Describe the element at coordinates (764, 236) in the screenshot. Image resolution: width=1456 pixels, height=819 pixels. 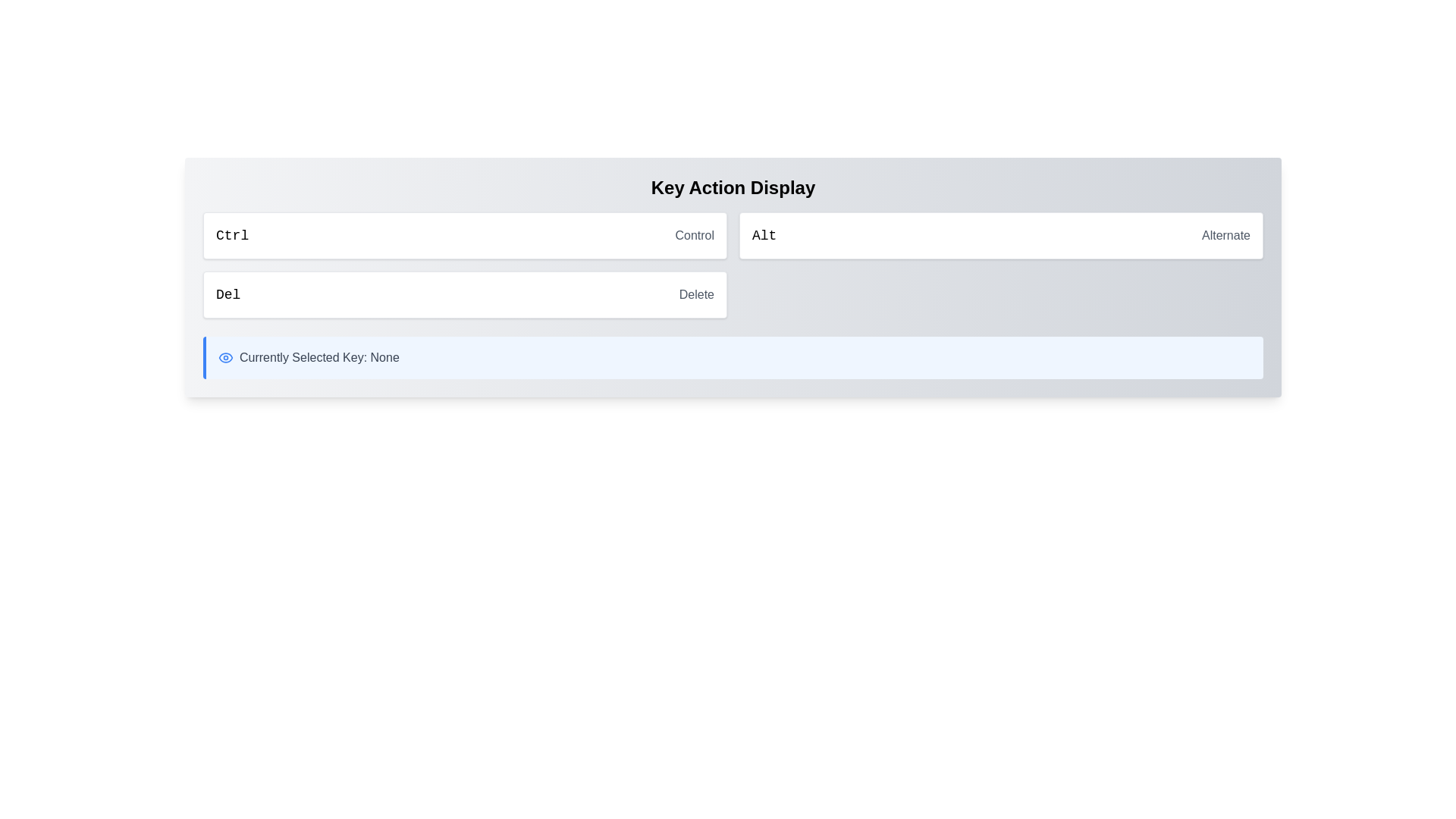
I see `the text label displaying 'Alt' in a monospace font, which is positioned to the left of the 'Alternate' text` at that location.